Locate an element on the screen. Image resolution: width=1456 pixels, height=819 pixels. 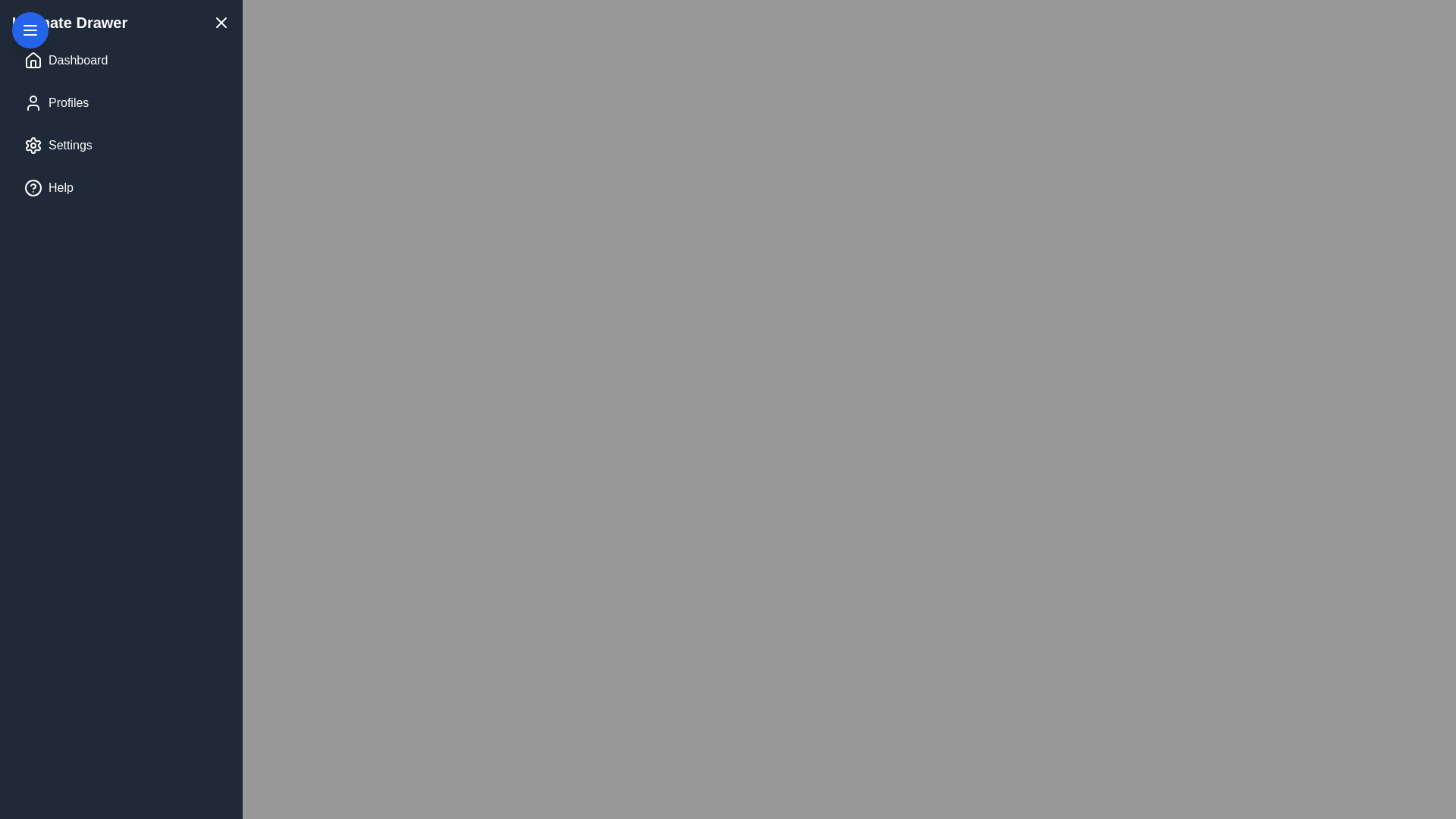
bold text labeled 'Ultimate Drawer' located at the upper left corner of the sidebar panel is located at coordinates (69, 23).